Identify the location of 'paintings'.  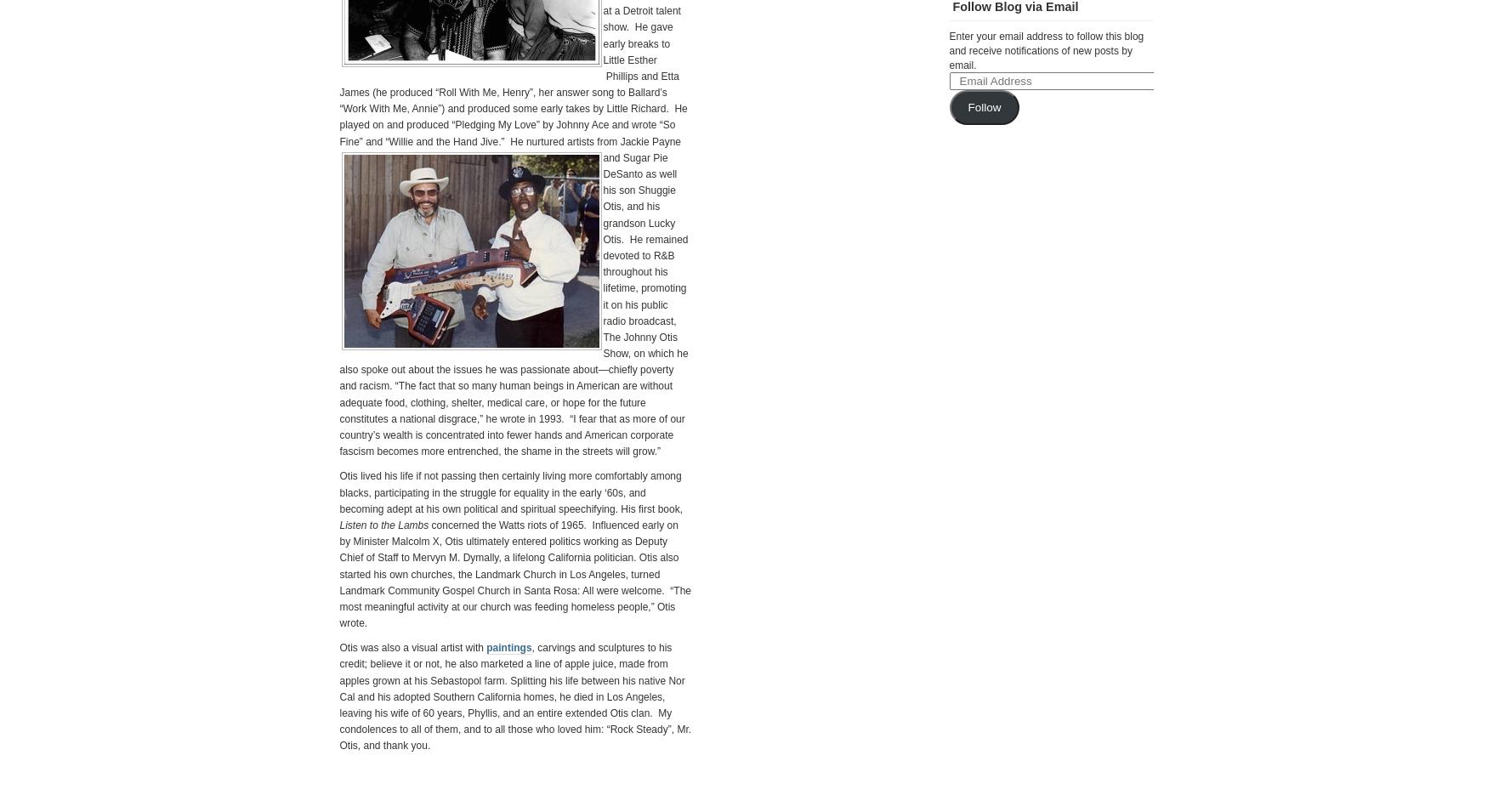
(508, 646).